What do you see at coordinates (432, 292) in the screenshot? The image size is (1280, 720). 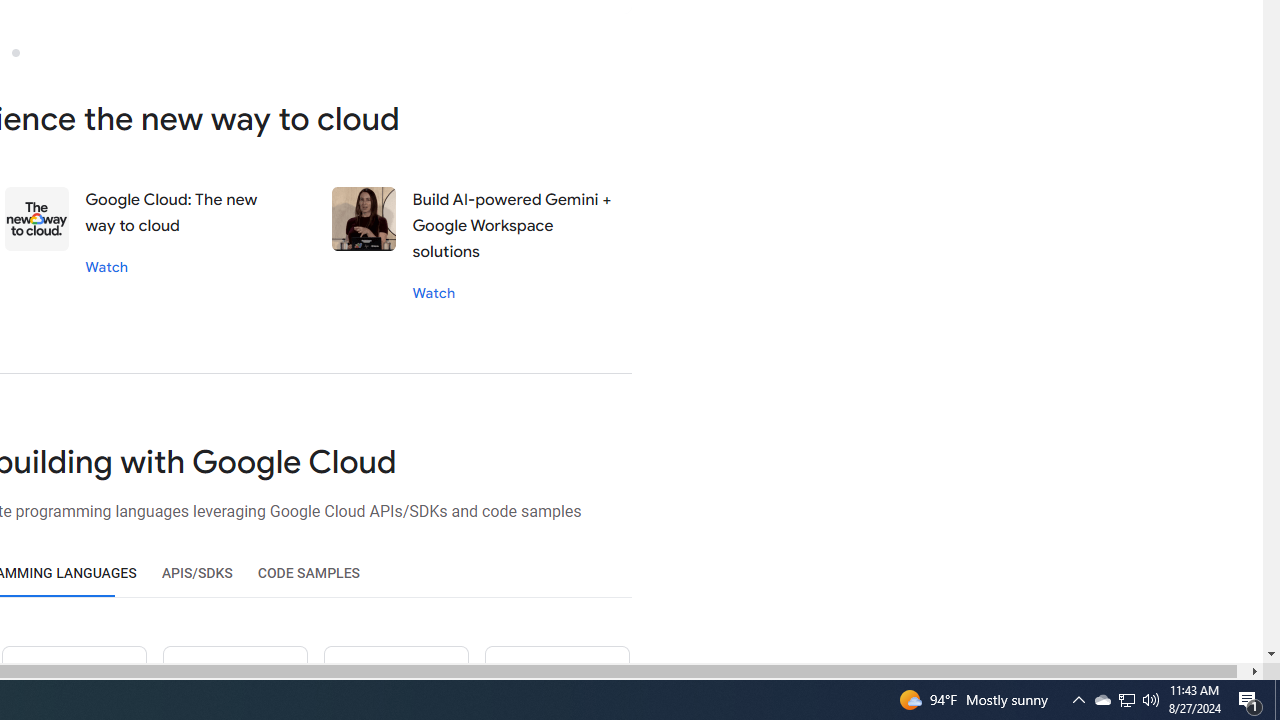 I see `'Watch'` at bounding box center [432, 292].